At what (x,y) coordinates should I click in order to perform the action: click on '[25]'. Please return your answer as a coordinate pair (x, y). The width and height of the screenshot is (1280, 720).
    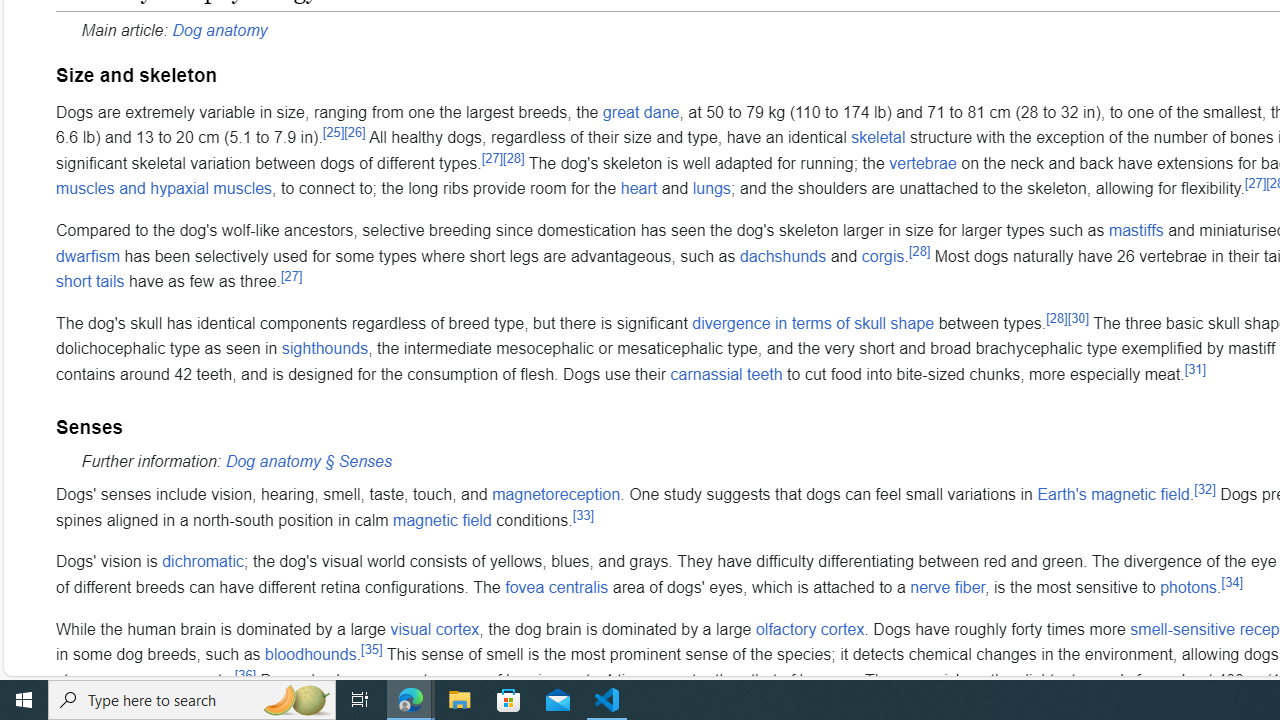
    Looking at the image, I should click on (334, 131).